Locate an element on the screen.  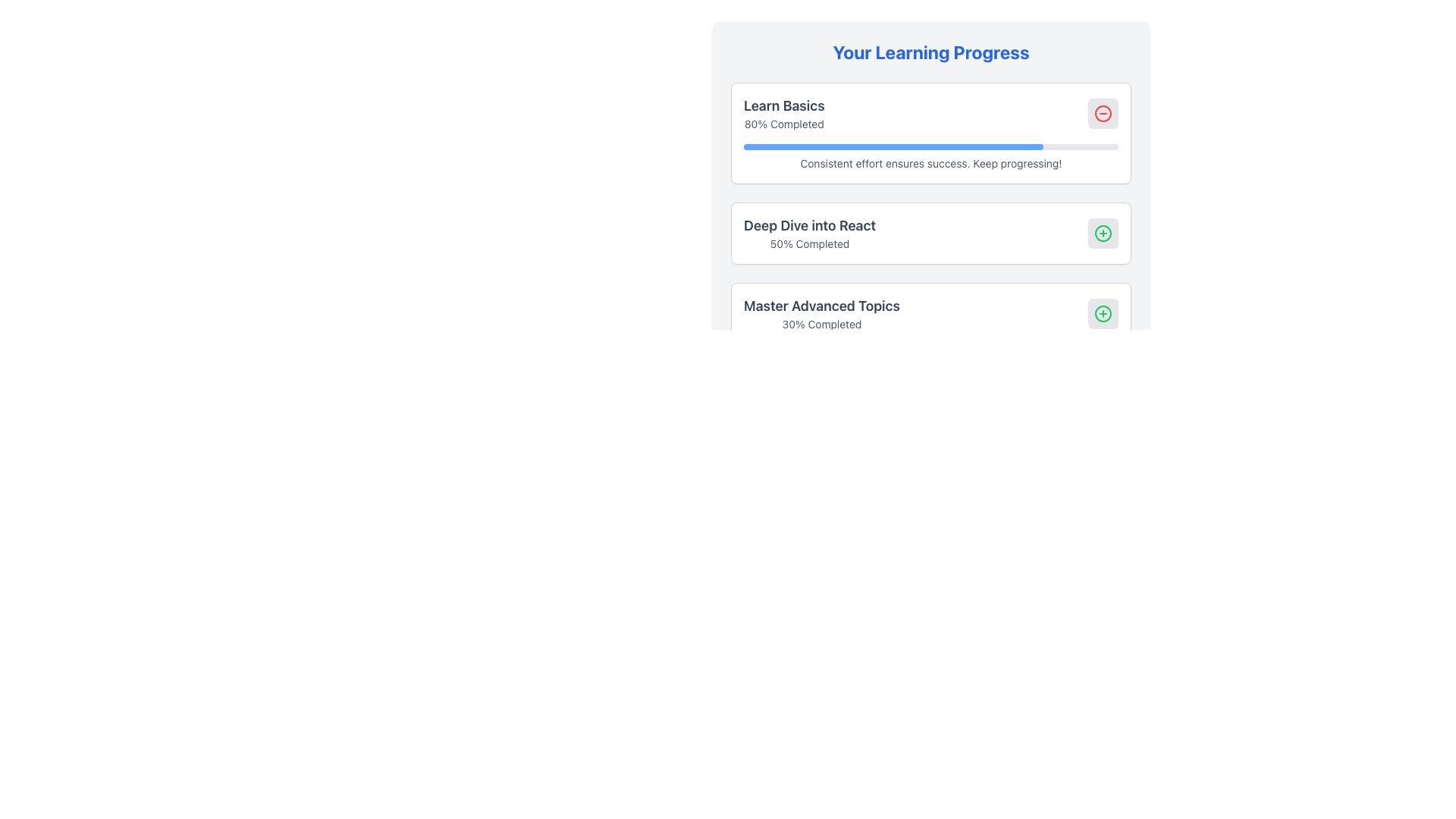
the circular button with a gray background and a green plus symbol, located at the far right of the 'Master Advanced Topics' row is located at coordinates (1103, 312).